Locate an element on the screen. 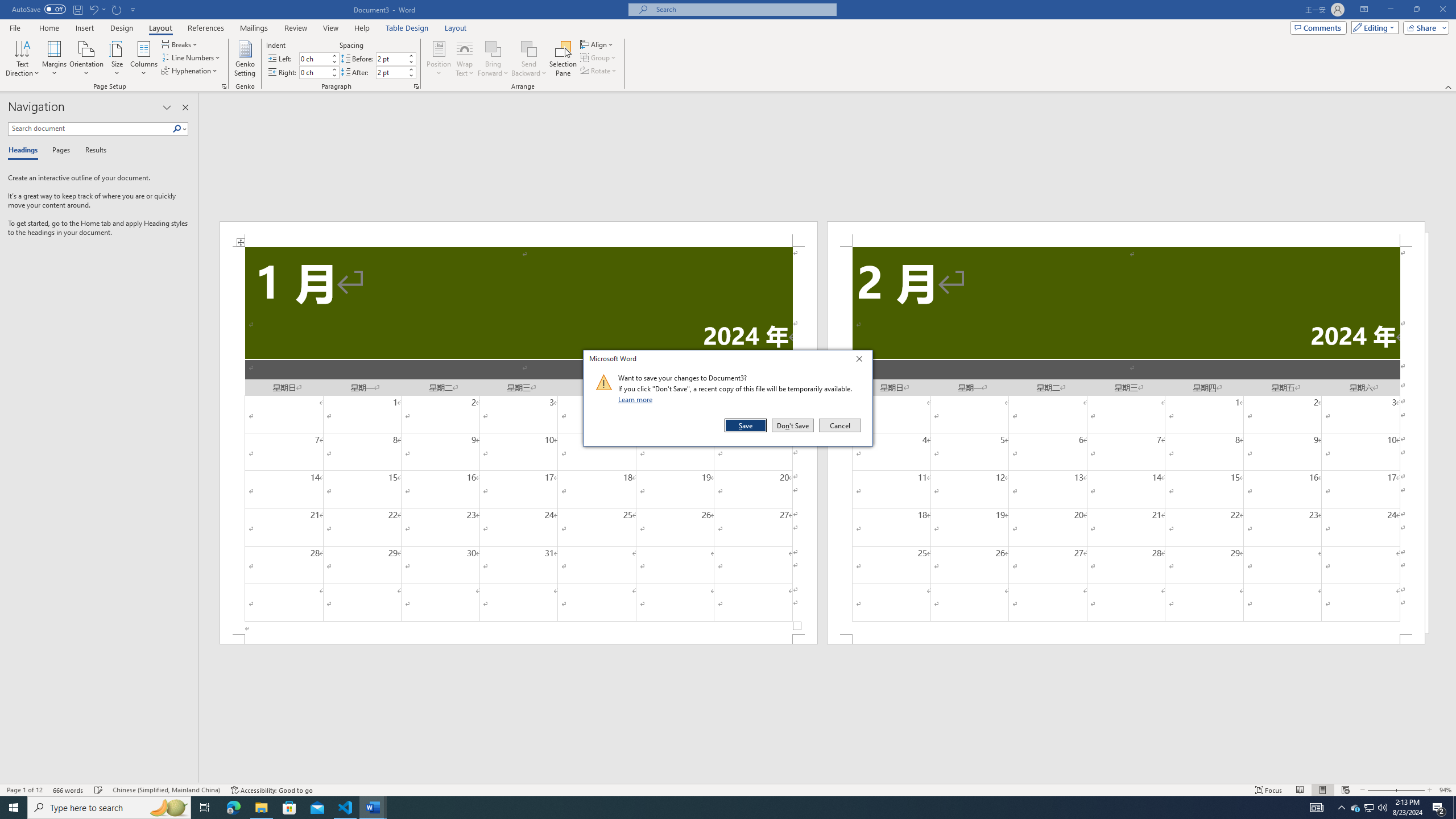 The width and height of the screenshot is (1456, 819). 'Table Design' is located at coordinates (407, 28).